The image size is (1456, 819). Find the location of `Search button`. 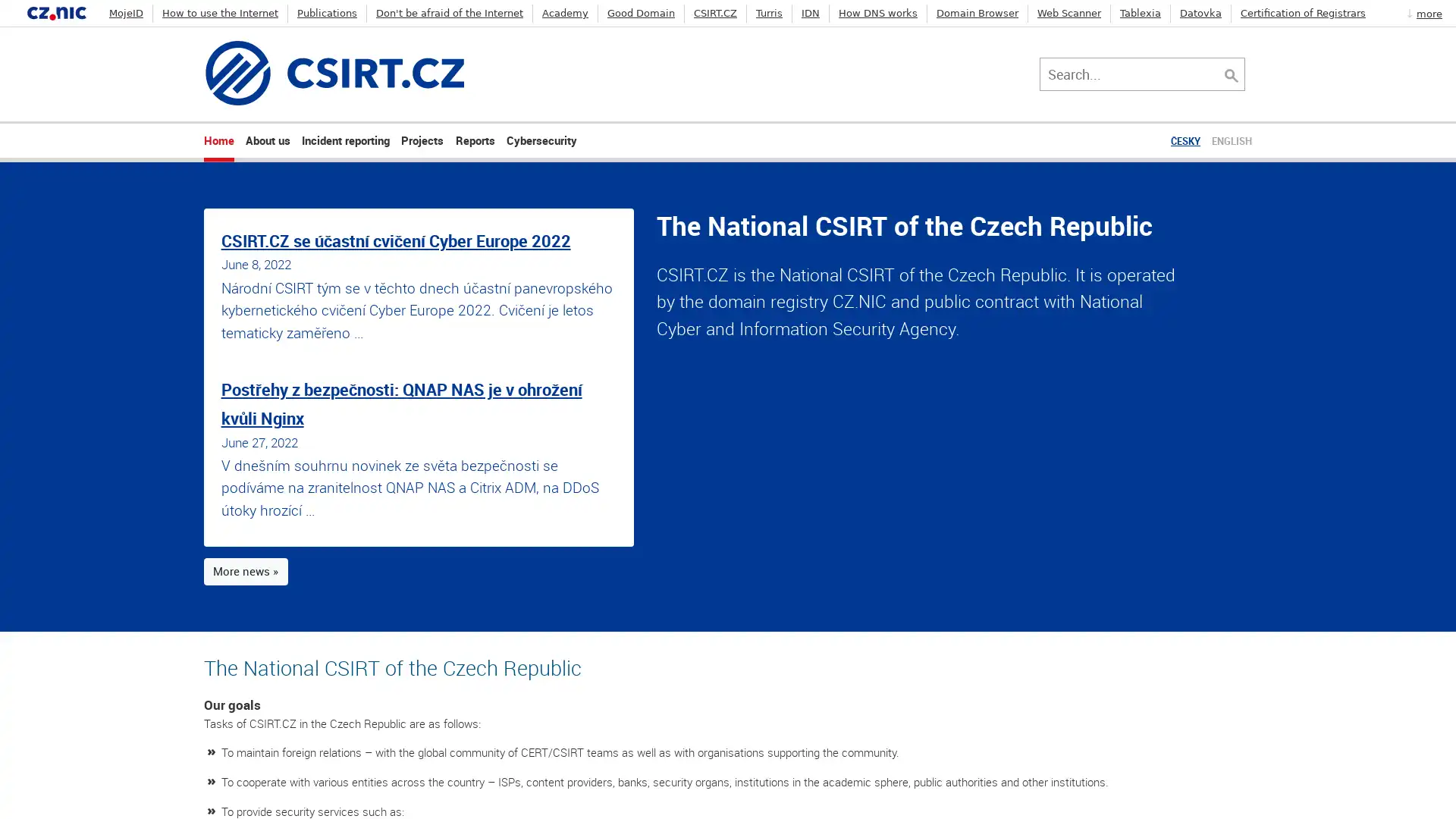

Search button is located at coordinates (1238, 73).